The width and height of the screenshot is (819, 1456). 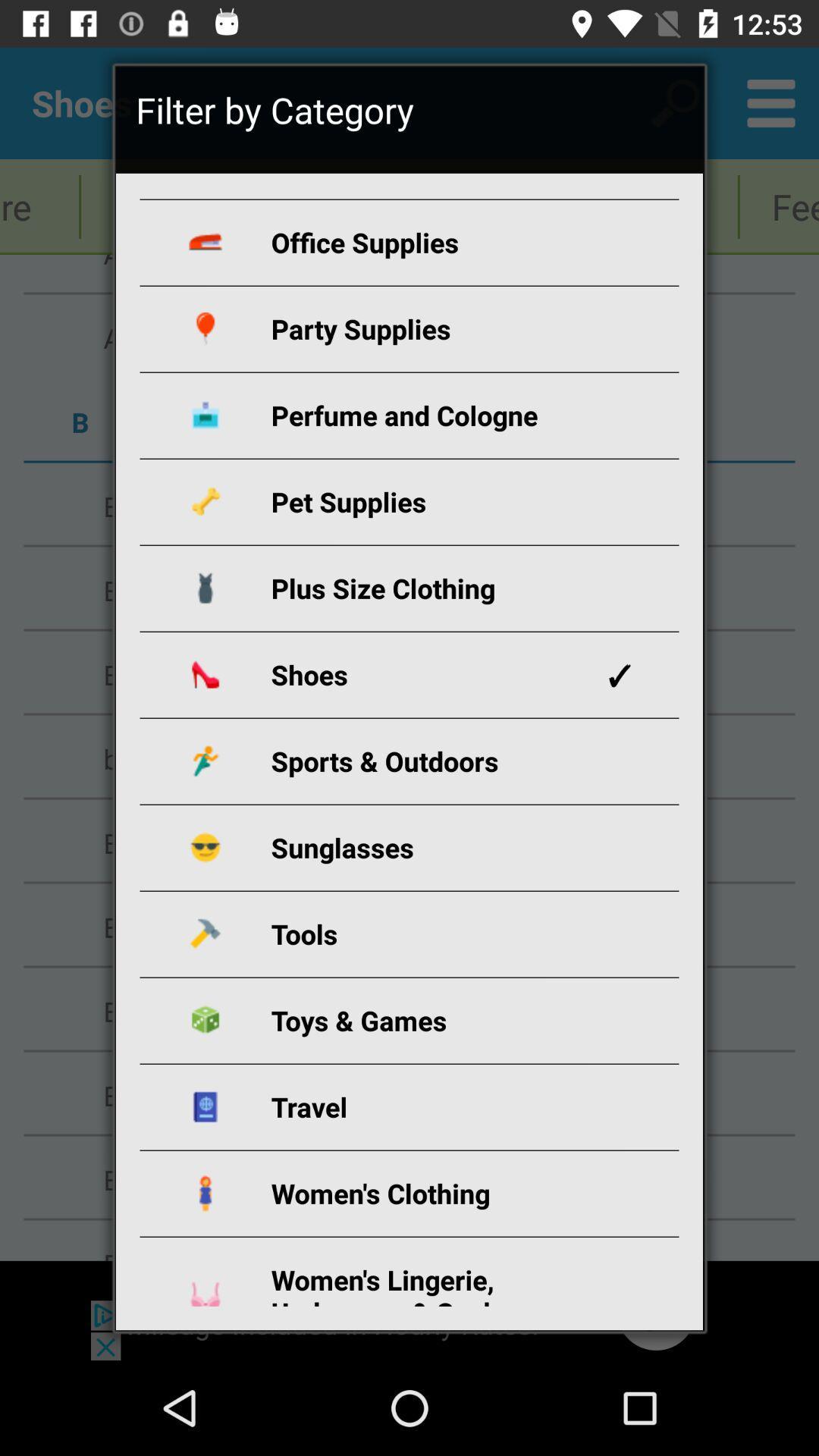 What do you see at coordinates (427, 846) in the screenshot?
I see `the sunglasses app` at bounding box center [427, 846].